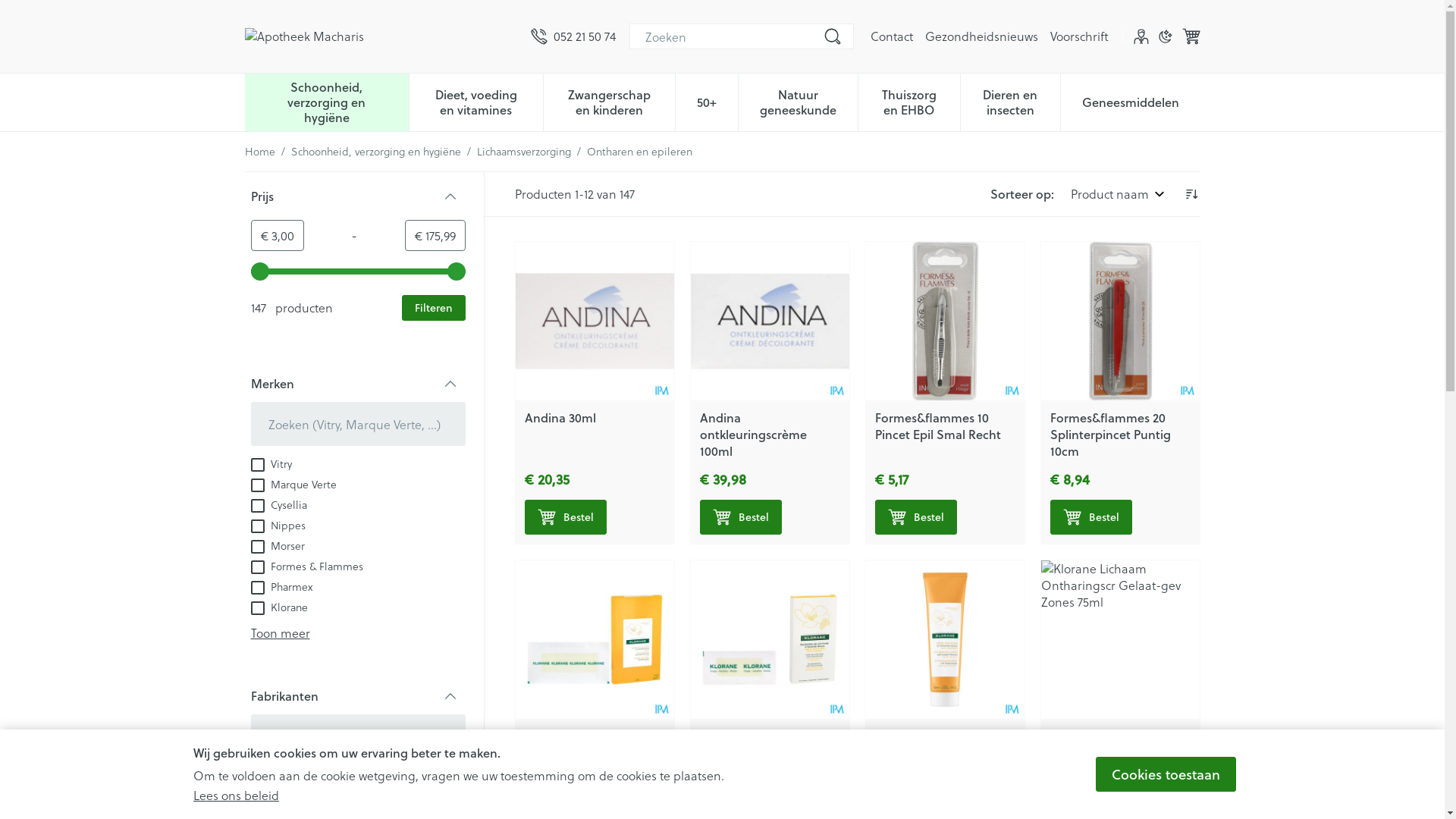  Describe the element at coordinates (960, 100) in the screenshot. I see `'Dieren en insecten'` at that location.